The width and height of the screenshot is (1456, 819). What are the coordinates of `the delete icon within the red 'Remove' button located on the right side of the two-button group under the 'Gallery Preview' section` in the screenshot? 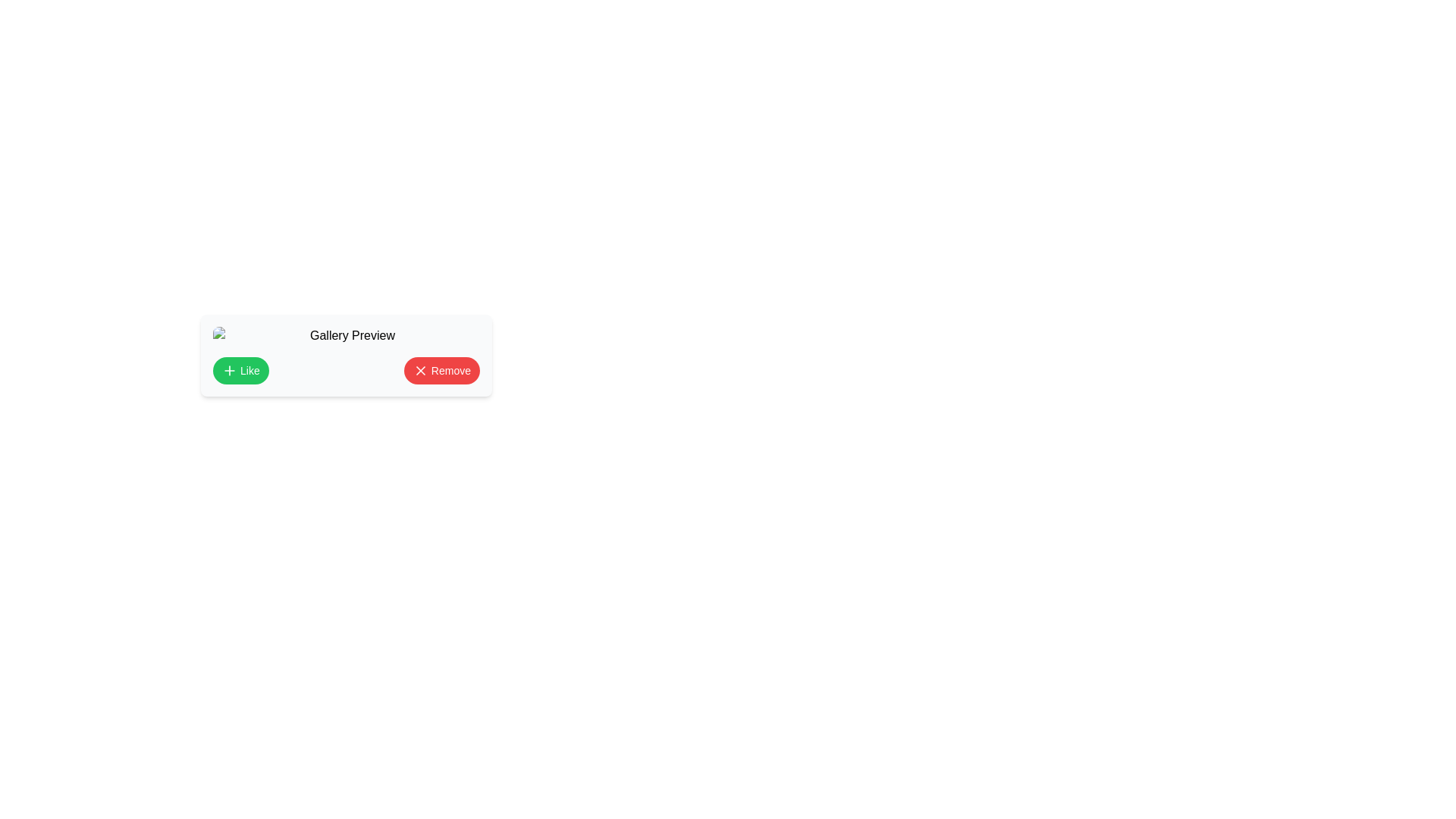 It's located at (420, 371).